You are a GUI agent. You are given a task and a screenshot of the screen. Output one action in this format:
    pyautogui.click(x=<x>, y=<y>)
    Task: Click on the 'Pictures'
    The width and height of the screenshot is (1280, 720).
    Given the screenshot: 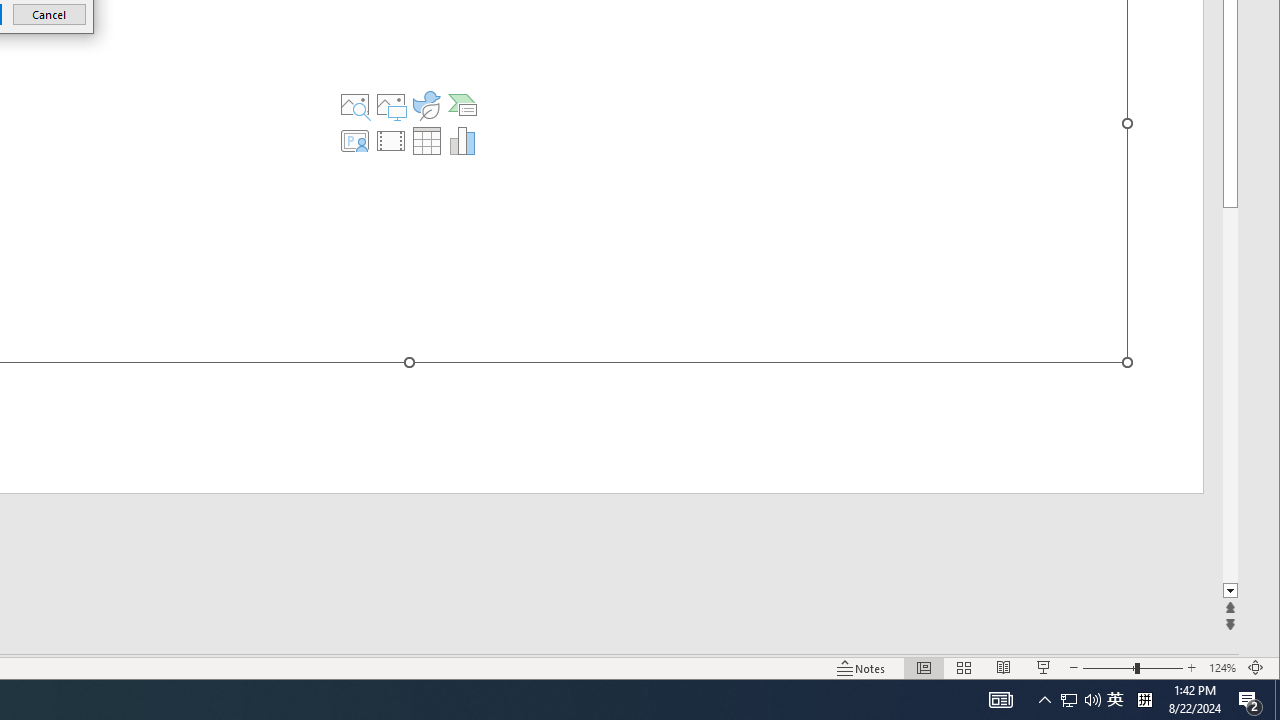 What is the action you would take?
    pyautogui.click(x=391, y=105)
    